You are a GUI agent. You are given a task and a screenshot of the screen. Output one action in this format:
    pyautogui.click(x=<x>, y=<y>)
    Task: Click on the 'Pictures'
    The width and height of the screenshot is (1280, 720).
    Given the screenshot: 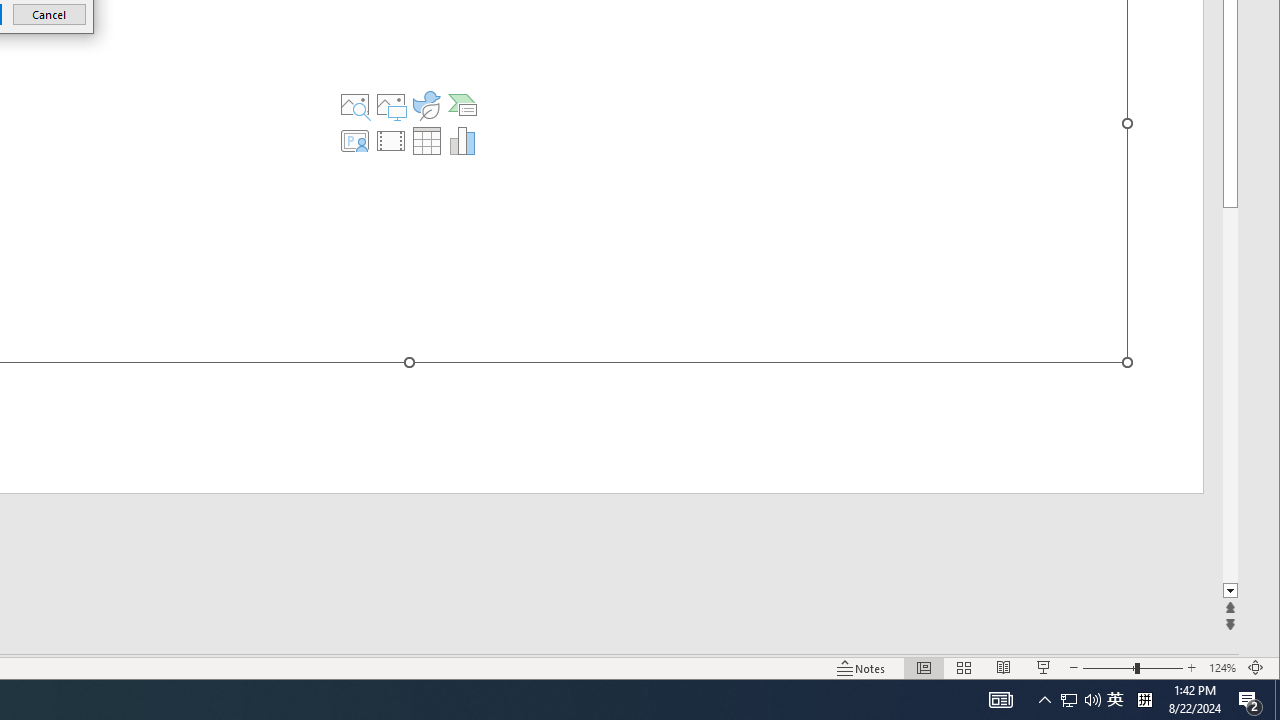 What is the action you would take?
    pyautogui.click(x=391, y=105)
    